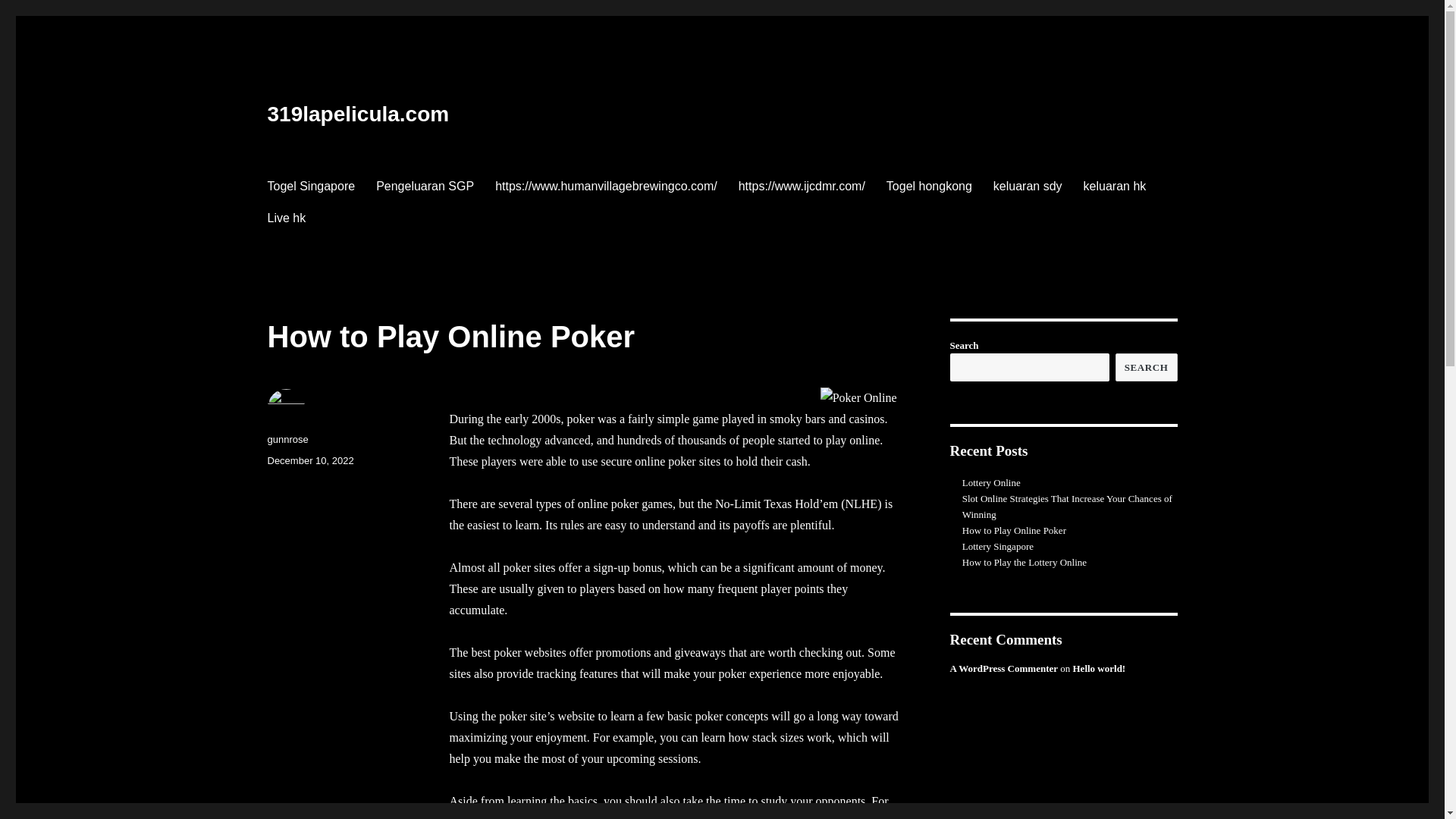  I want to click on 'keluaran sdy', so click(1028, 185).